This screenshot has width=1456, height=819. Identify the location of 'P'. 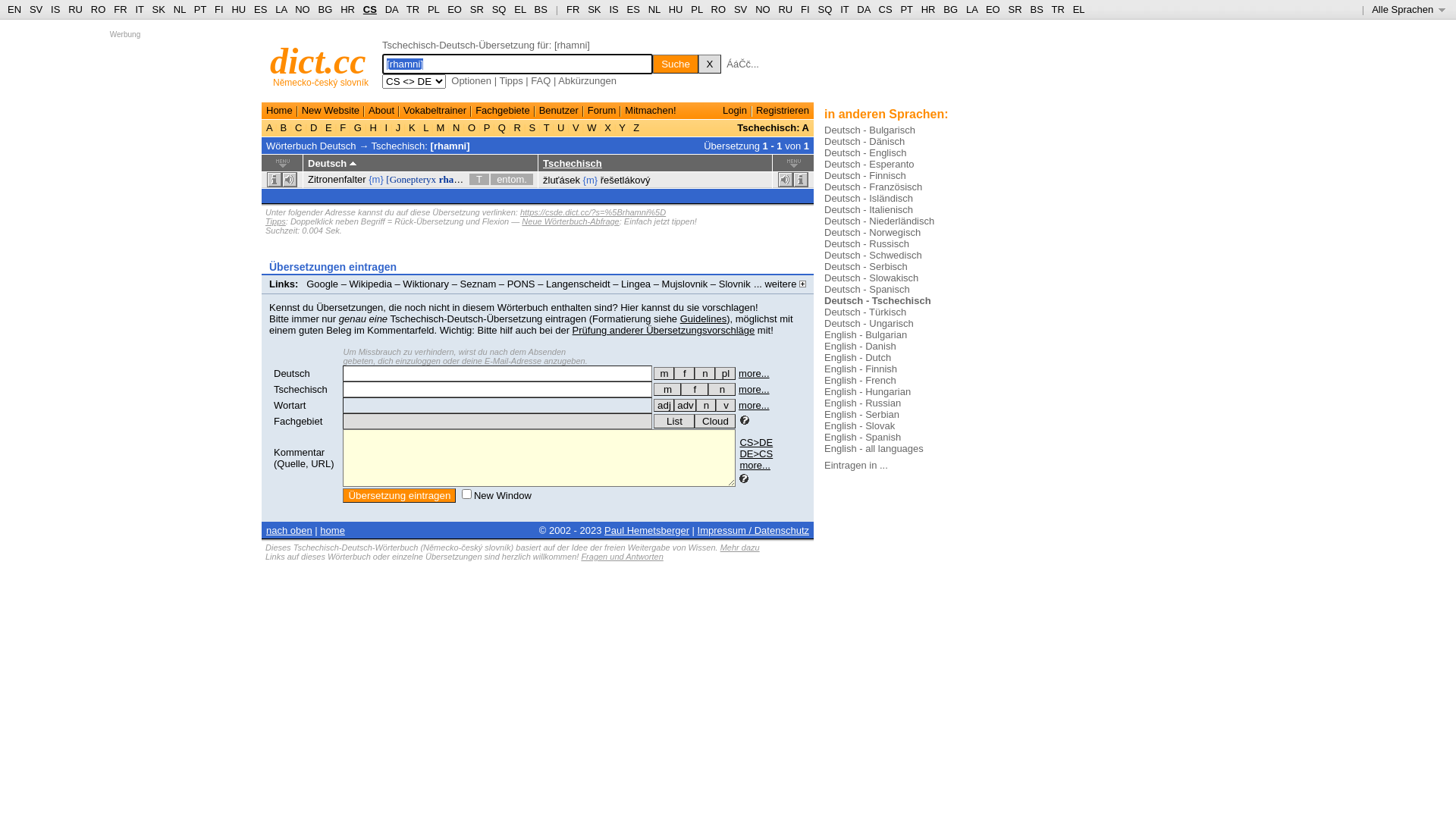
(487, 127).